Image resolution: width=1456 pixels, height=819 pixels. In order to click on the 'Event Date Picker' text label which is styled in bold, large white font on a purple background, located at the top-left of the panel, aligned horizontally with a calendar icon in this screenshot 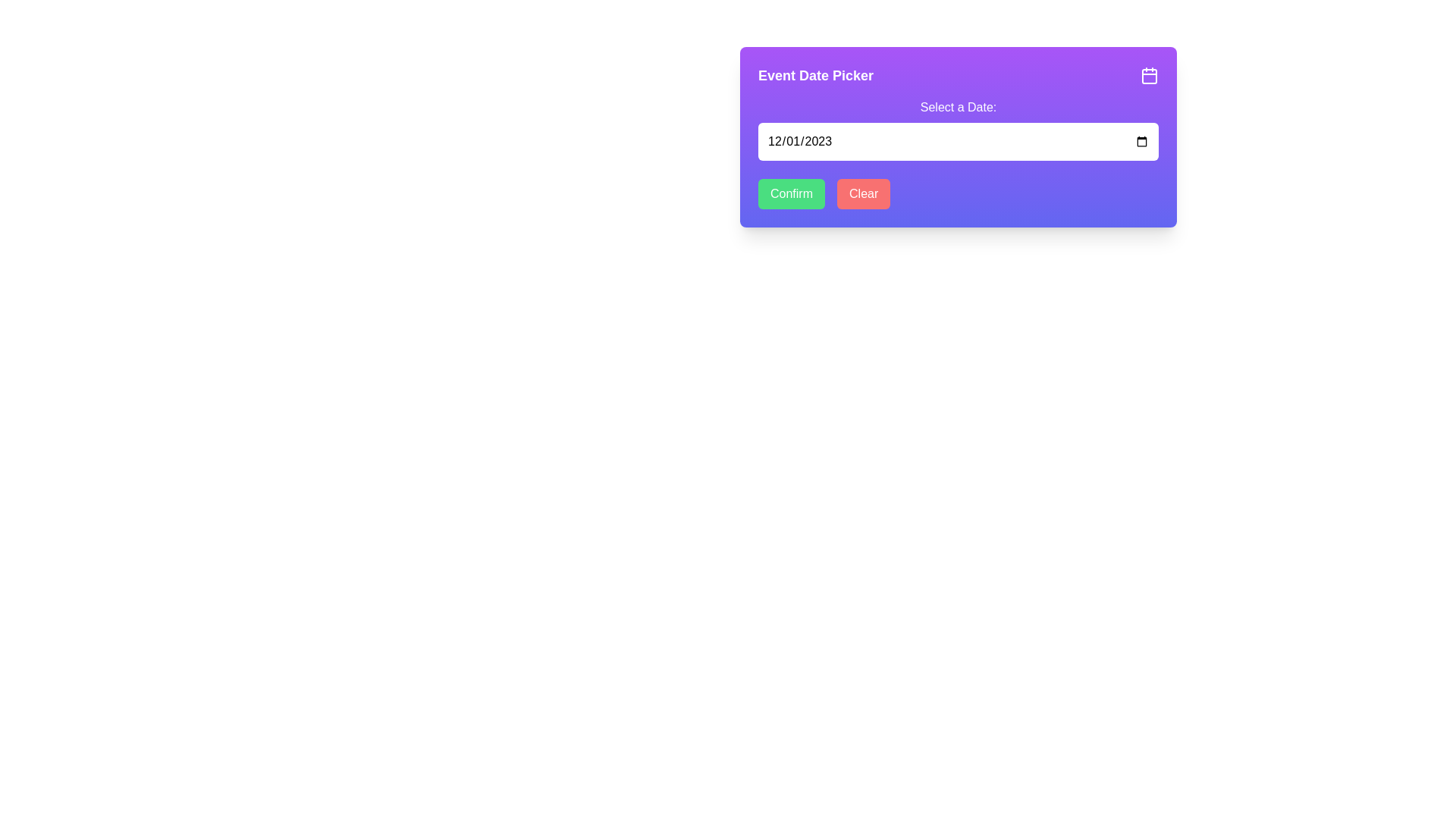, I will do `click(814, 76)`.